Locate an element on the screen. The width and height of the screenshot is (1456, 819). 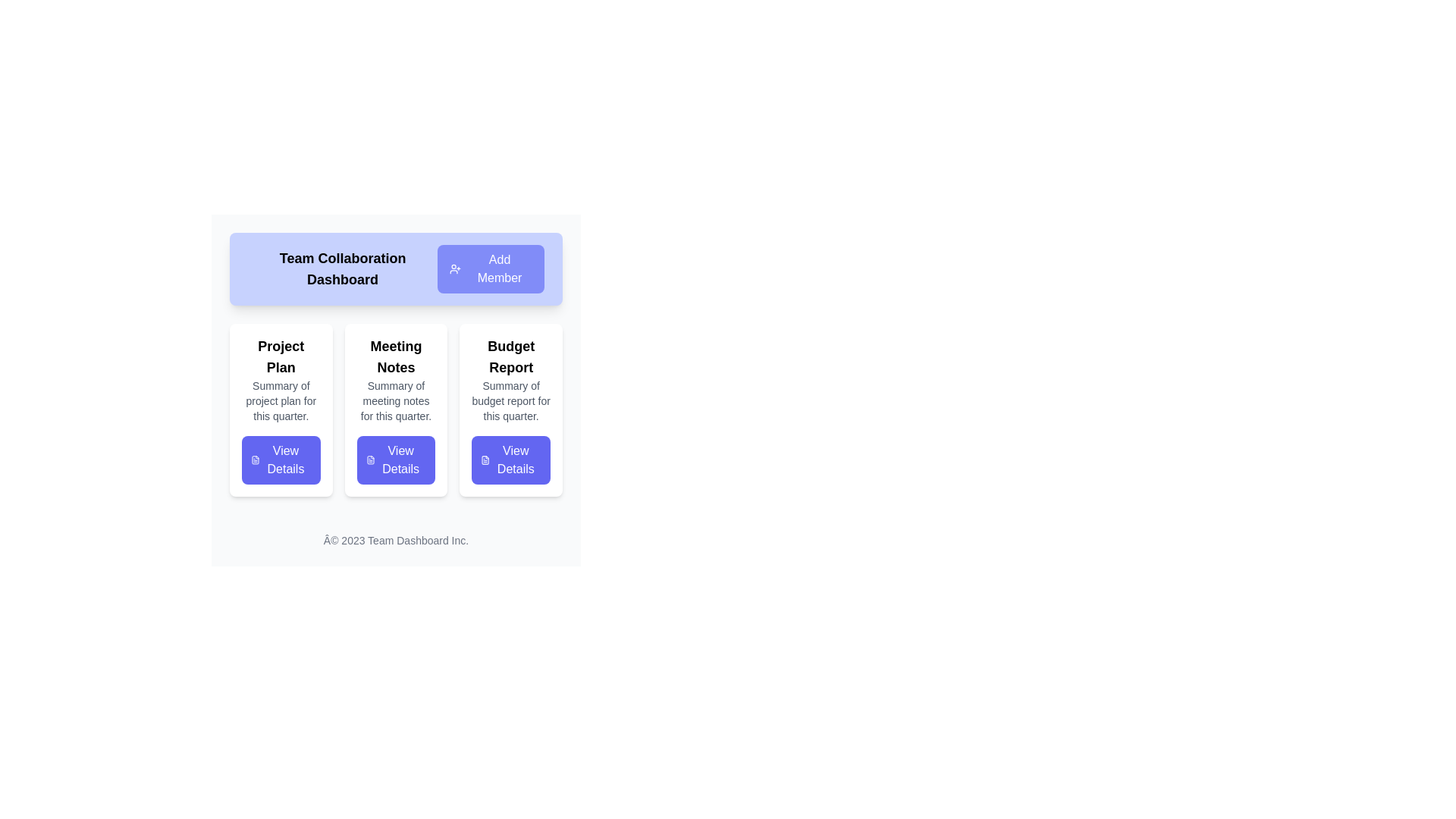
the rounded rectangular button with a purple background and white text reading 'View Details', located at the bottom of the 'Project Plan' card is located at coordinates (281, 459).